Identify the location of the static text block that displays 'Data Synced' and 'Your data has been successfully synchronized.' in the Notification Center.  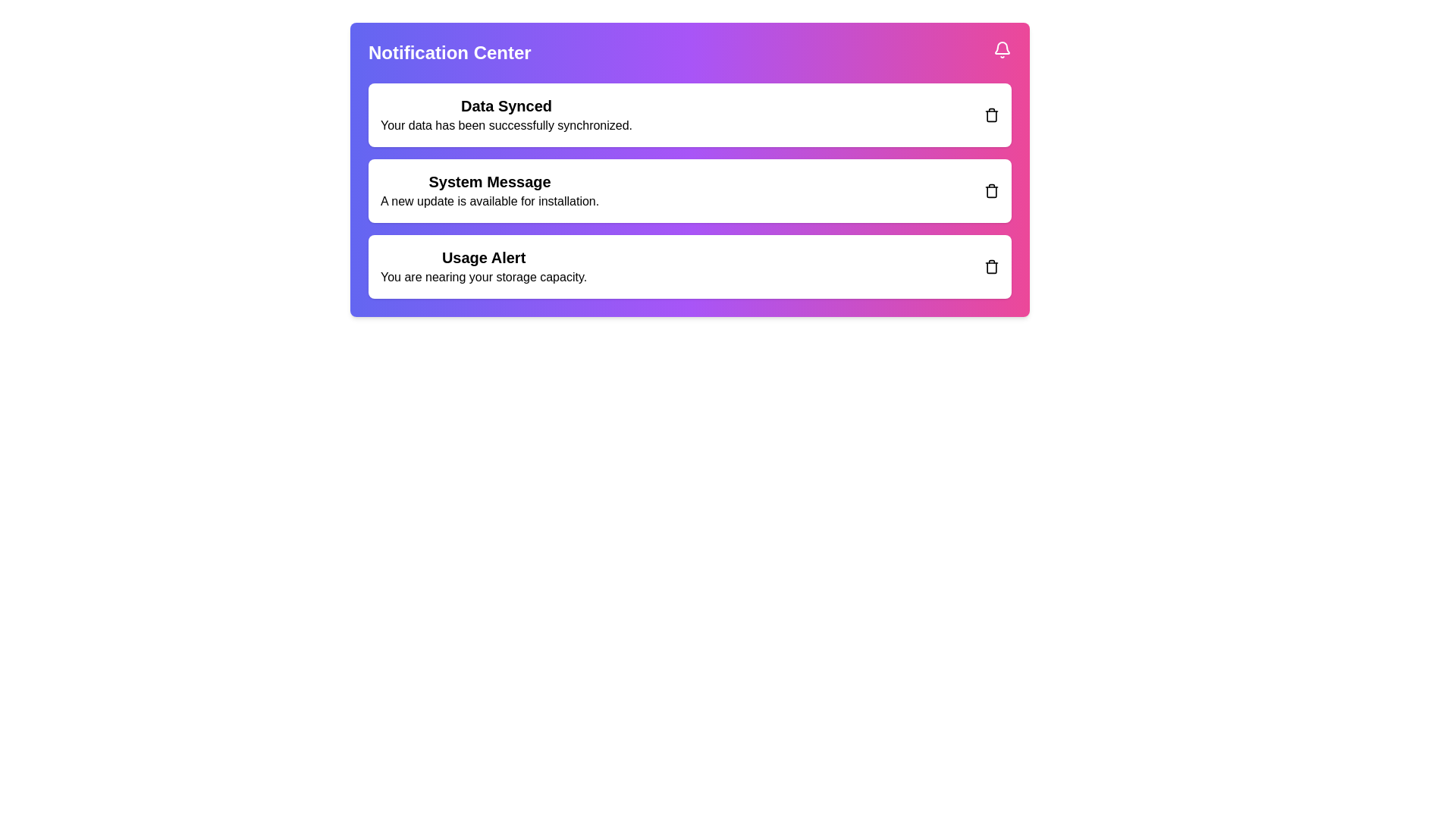
(506, 114).